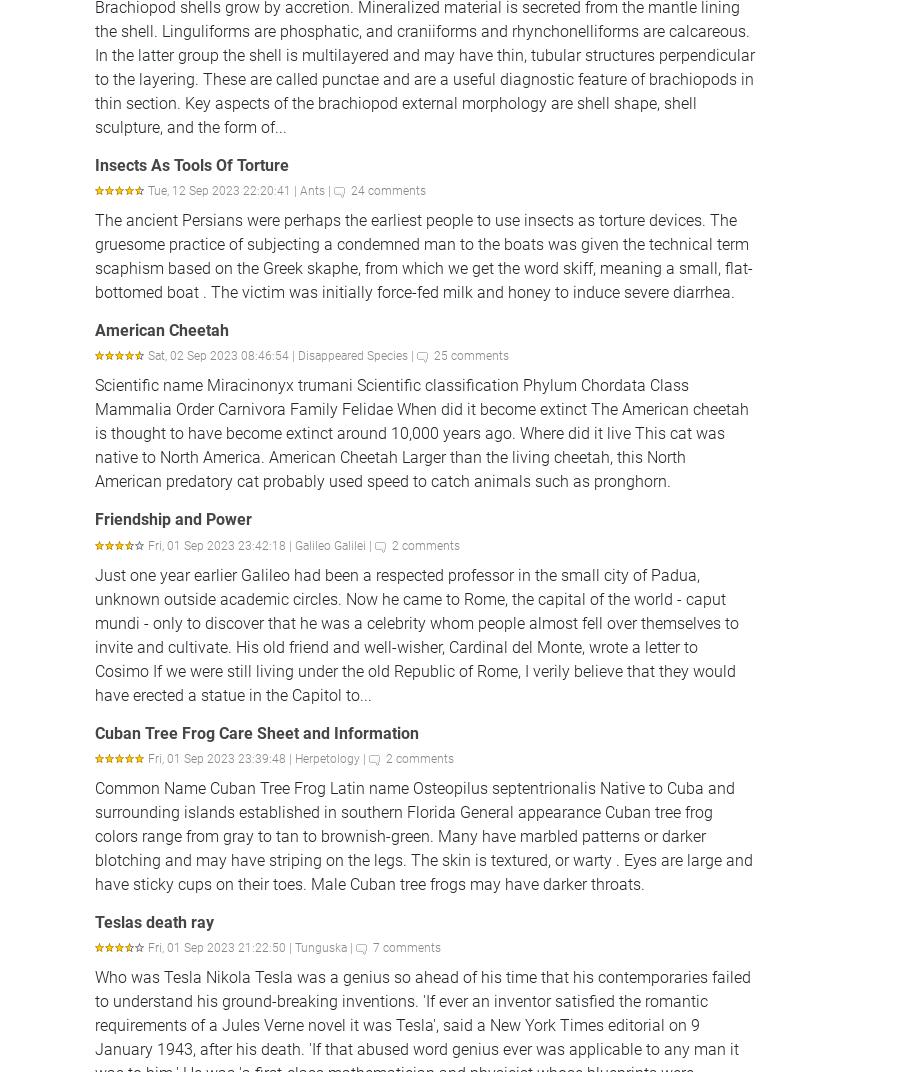 The image size is (904, 1072). What do you see at coordinates (423, 256) in the screenshot?
I see `'The ancient Persians were perhaps the earliest people to use insects as torture devices. The gruesome practice of subjecting a condemned man to the boats was given the technical term scaphism based on the Greek skaphe, from which we get the word skiff, meaning a small, flat-bottomed boat . The victim was initially force-fed milk and honey to induce severe diarrhea.'` at bounding box center [423, 256].